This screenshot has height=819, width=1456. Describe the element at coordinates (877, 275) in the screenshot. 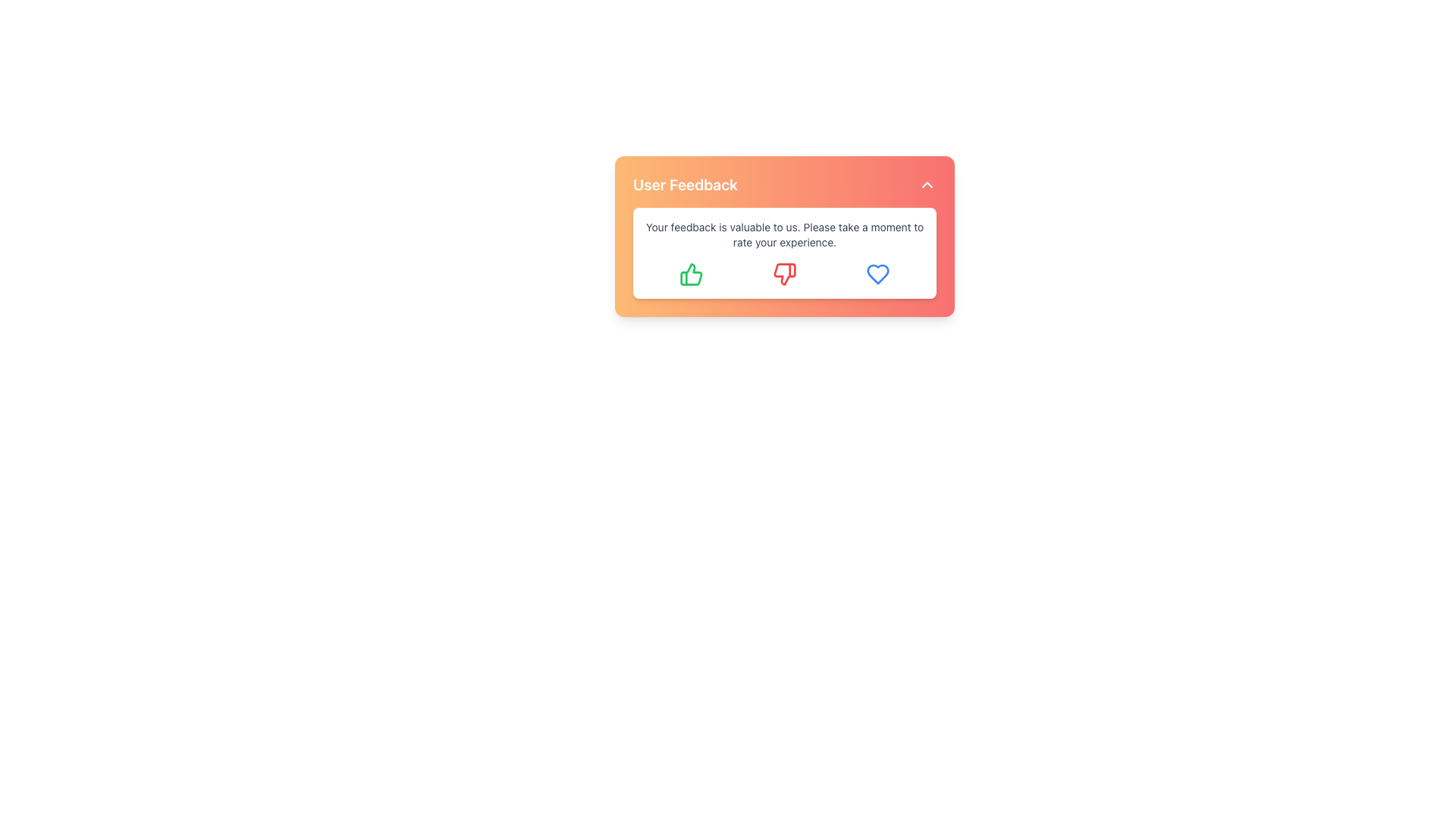

I see `the heart icon located at the bottom of the feedback card to express a positive sentiment towards the service or product` at that location.